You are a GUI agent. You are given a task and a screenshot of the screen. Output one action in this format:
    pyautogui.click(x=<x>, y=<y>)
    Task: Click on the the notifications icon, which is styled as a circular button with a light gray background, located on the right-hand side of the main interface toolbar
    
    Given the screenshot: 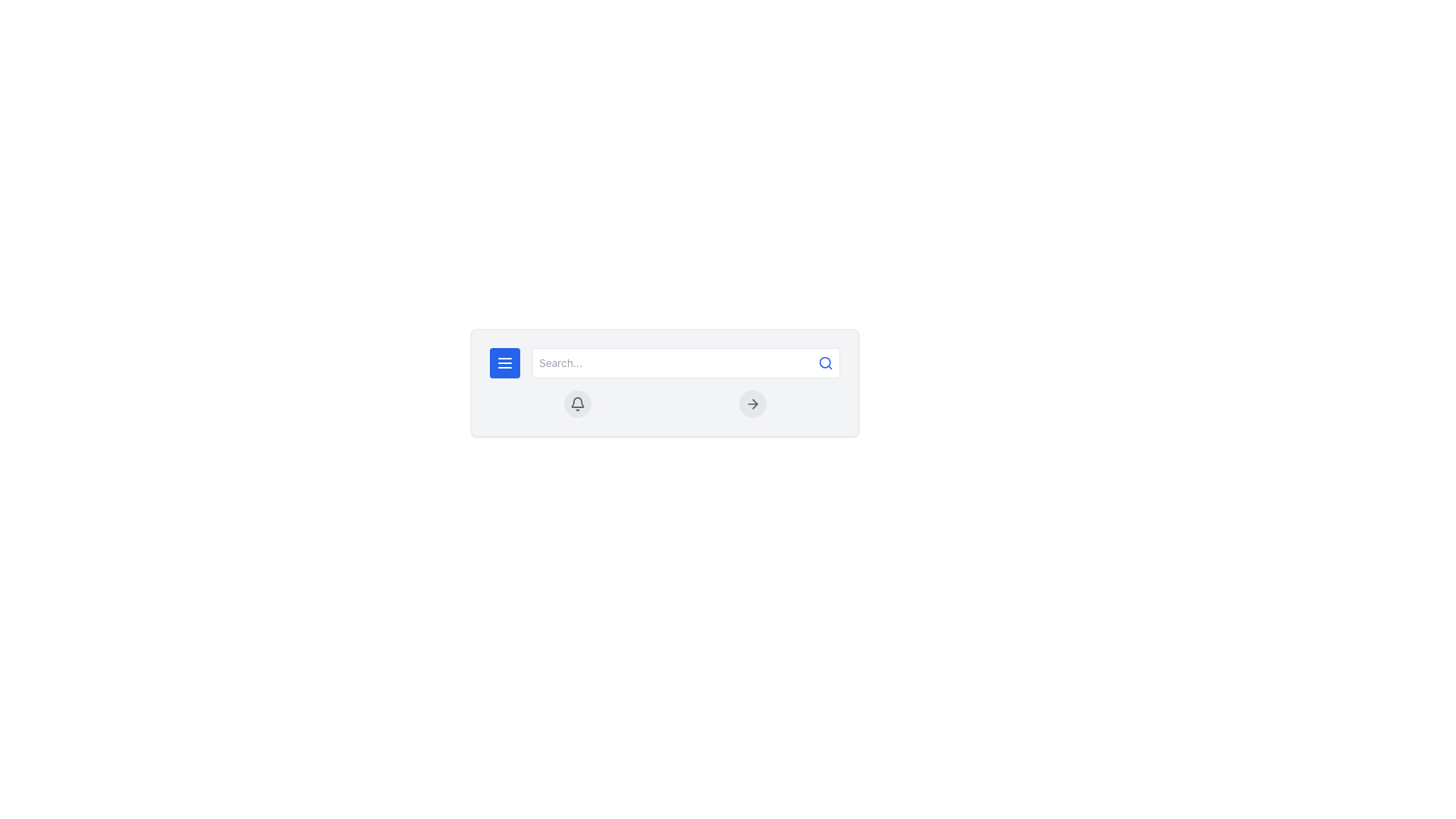 What is the action you would take?
    pyautogui.click(x=576, y=403)
    